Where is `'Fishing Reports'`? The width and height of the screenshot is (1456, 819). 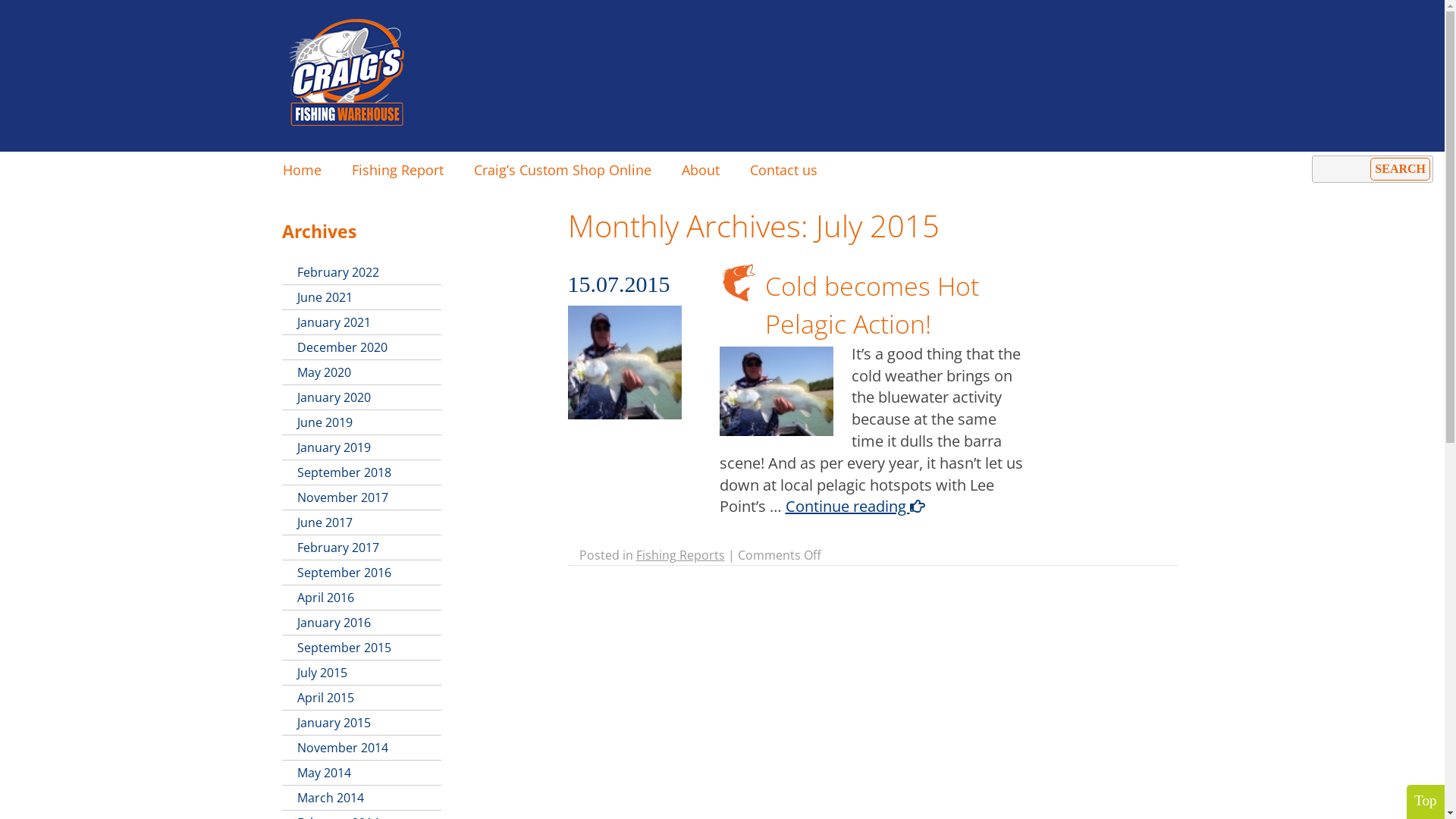 'Fishing Reports' is located at coordinates (679, 555).